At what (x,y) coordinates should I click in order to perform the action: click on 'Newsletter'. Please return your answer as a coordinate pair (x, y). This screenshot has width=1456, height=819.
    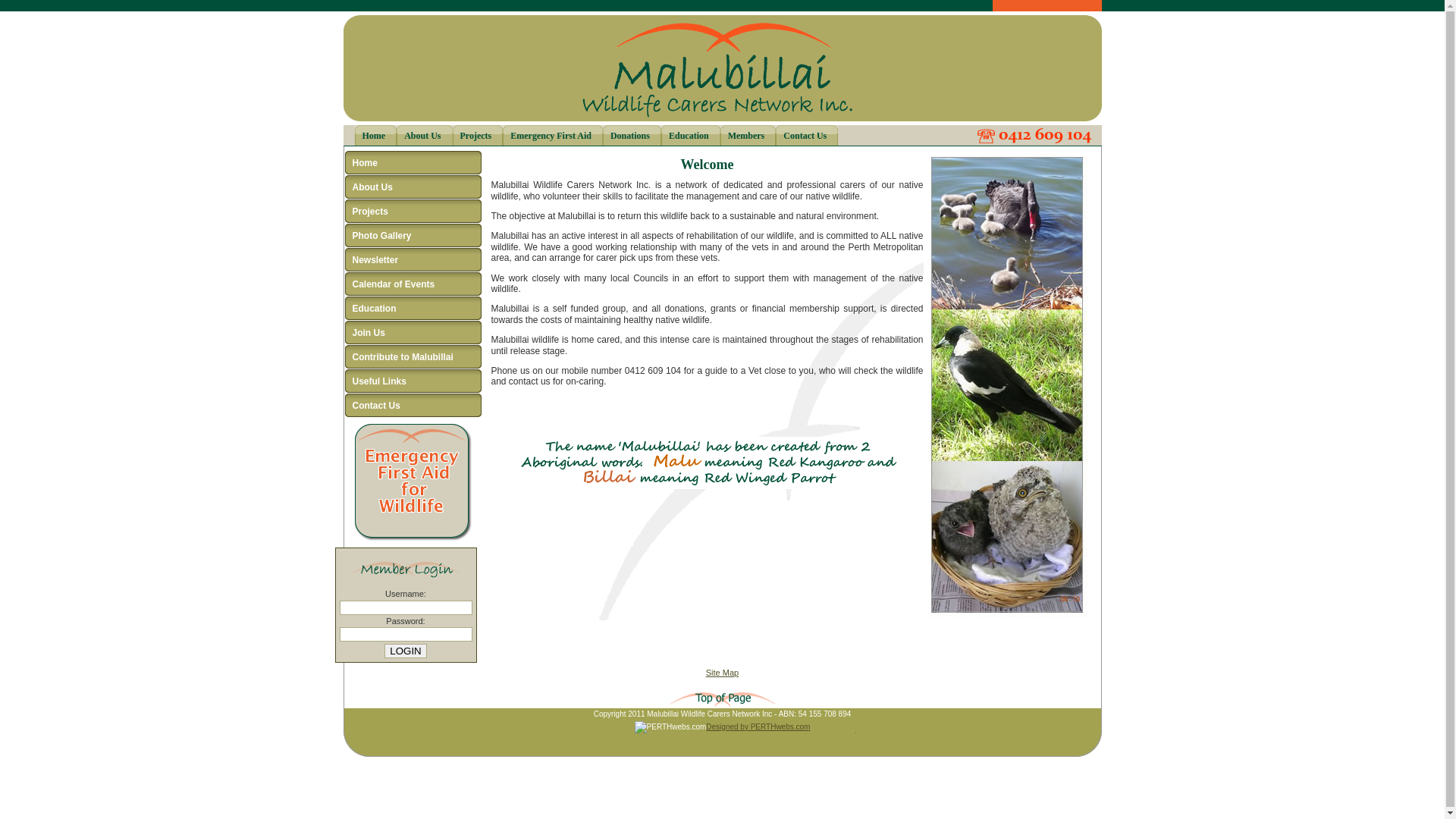
    Looking at the image, I should click on (412, 259).